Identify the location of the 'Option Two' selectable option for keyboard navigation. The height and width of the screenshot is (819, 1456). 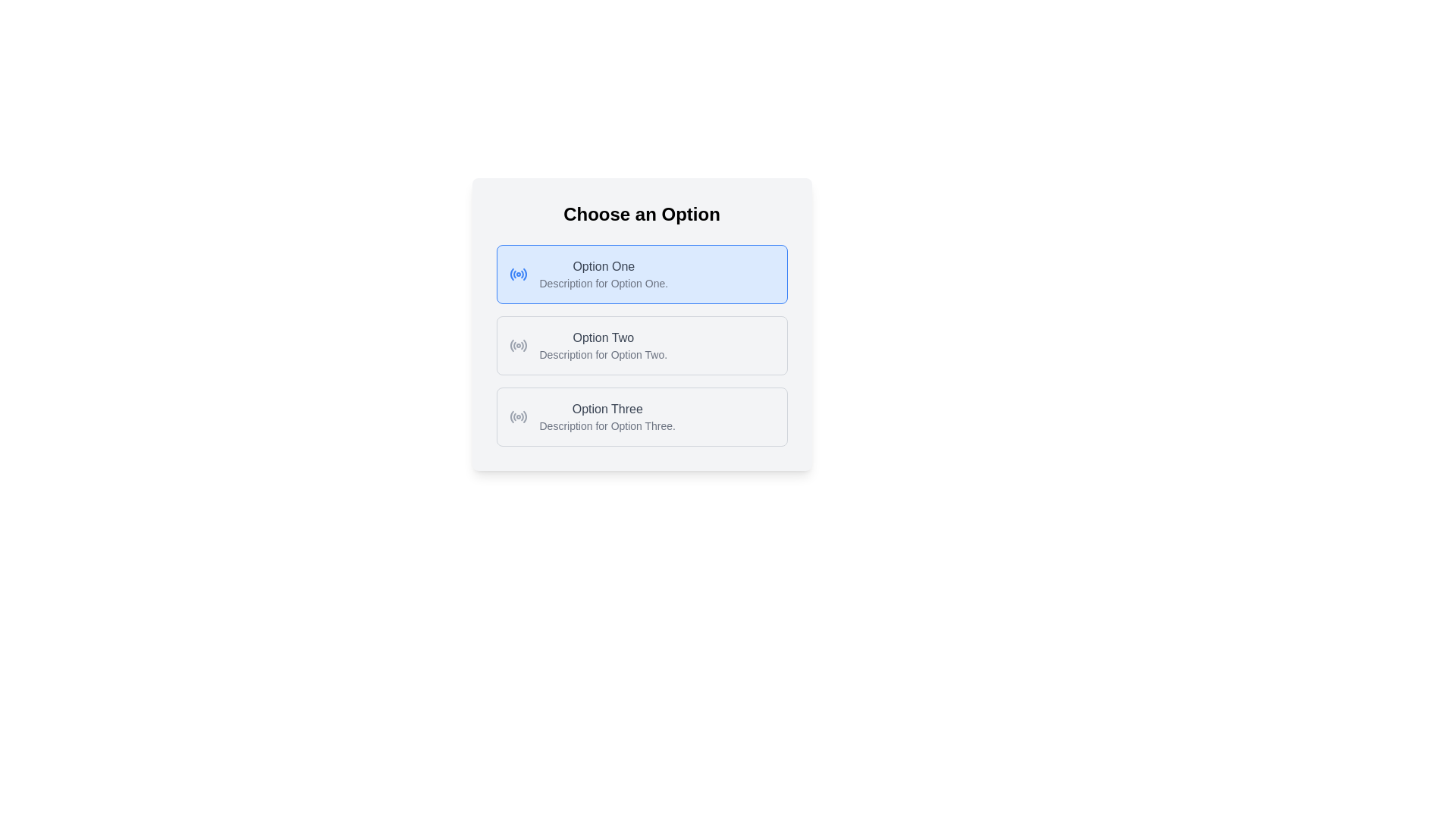
(642, 345).